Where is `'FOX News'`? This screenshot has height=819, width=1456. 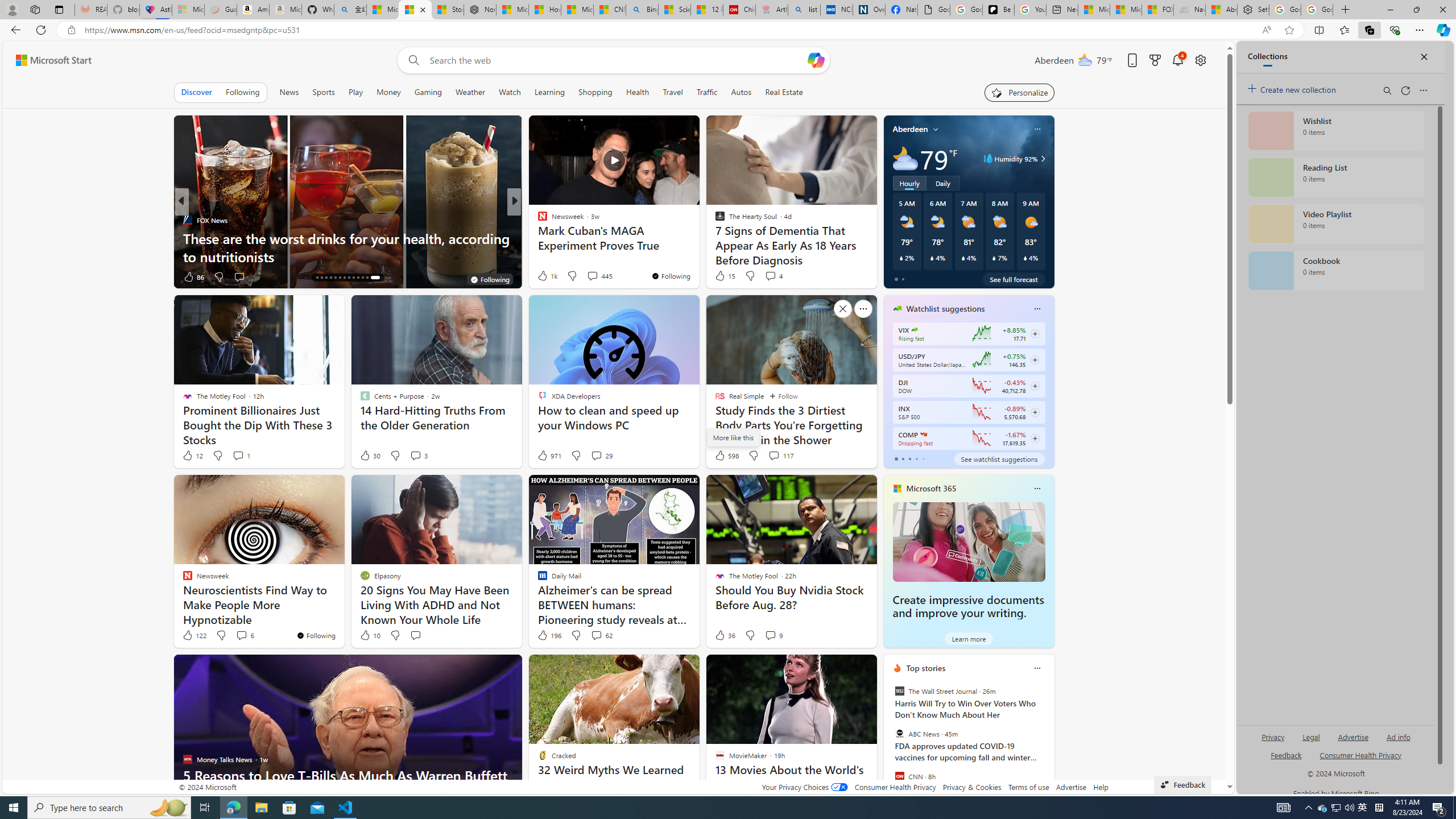 'FOX News' is located at coordinates (186, 220).